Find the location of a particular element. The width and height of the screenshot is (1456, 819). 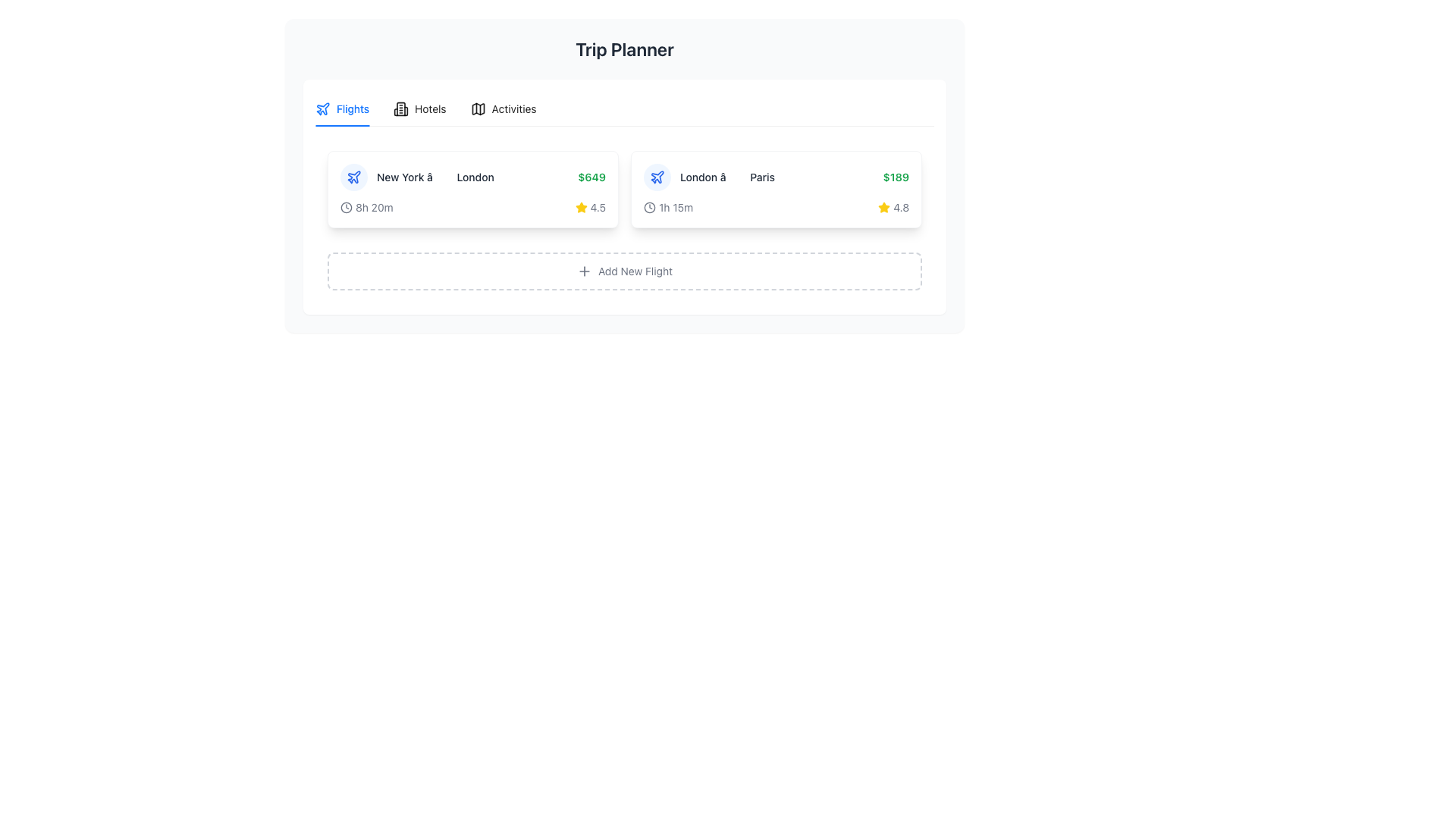

the Text label that informs the user about the duration of a flight, which is located in the top-left region of the flight-related card, next to the clock icon is located at coordinates (374, 207).